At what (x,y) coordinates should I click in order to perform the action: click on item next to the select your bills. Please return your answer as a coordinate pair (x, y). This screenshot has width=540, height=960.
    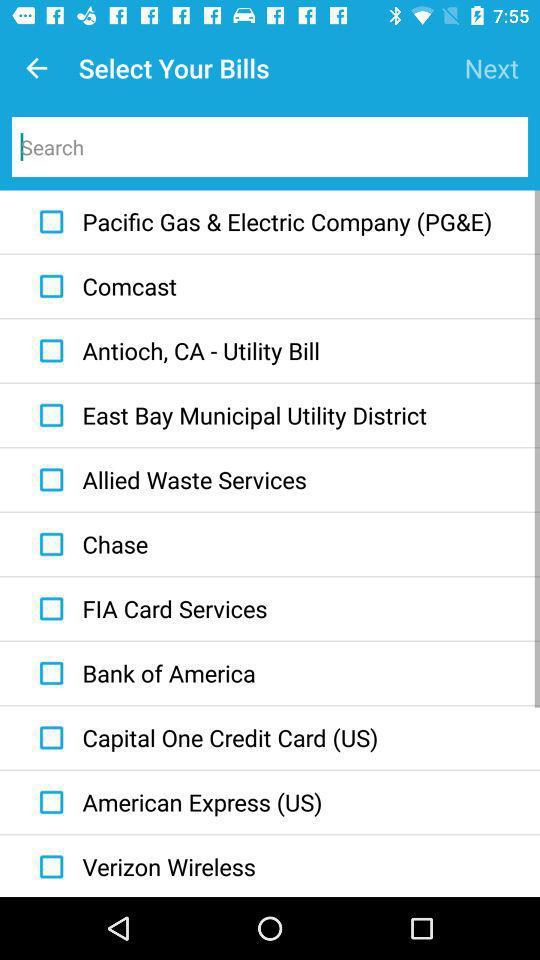
    Looking at the image, I should click on (490, 68).